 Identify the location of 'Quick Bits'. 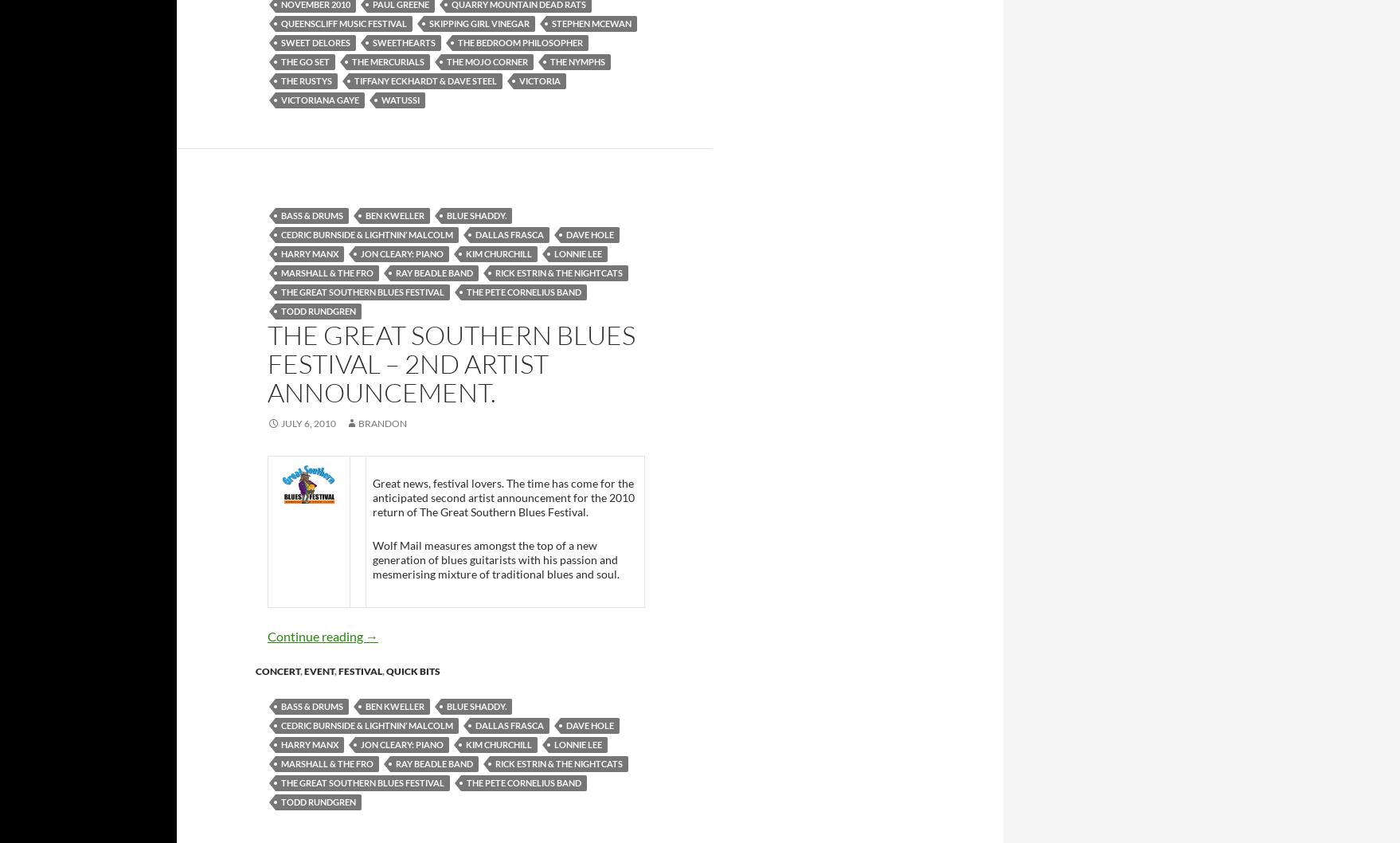
(412, 669).